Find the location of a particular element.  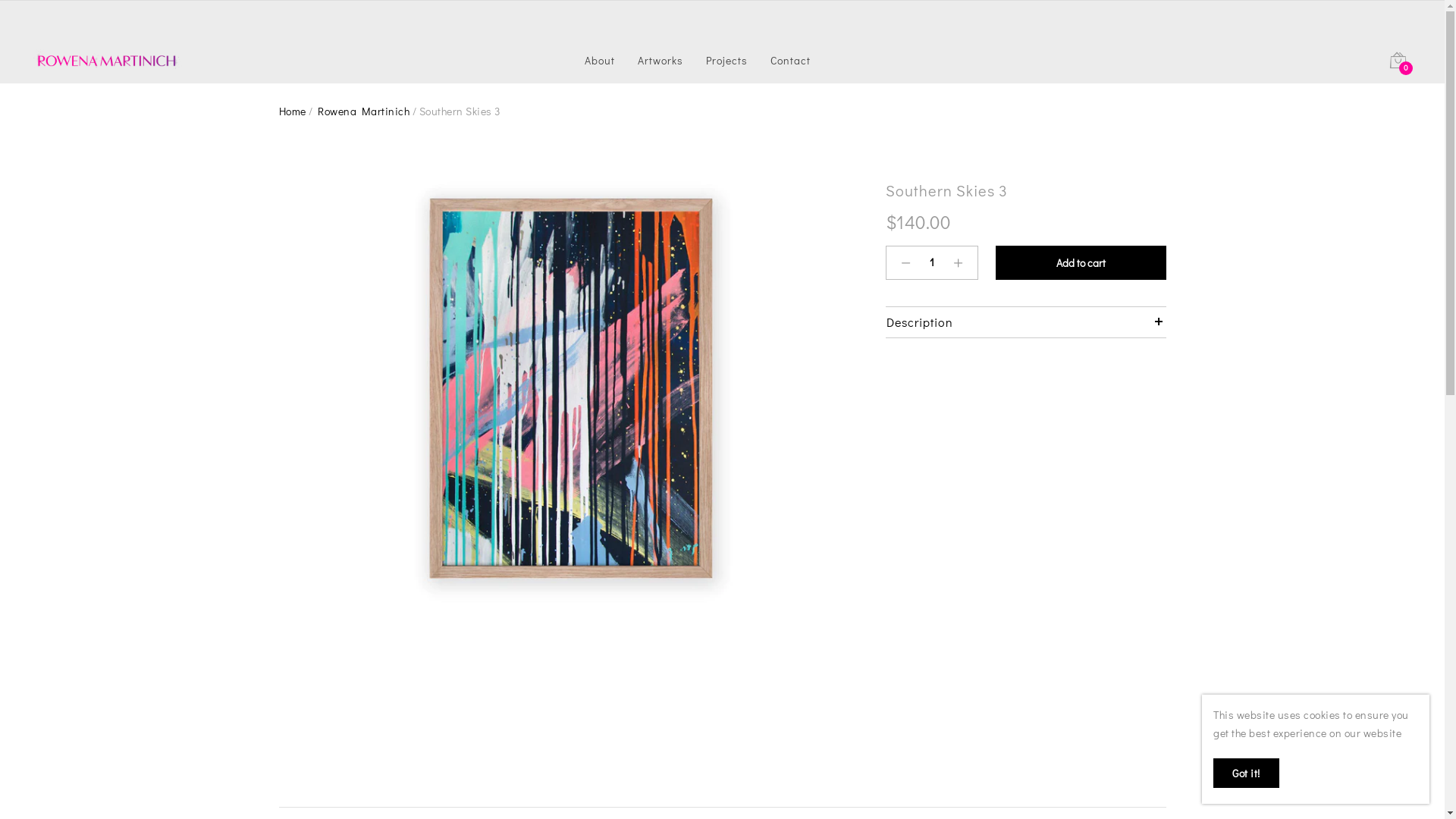

'Projects' is located at coordinates (726, 60).